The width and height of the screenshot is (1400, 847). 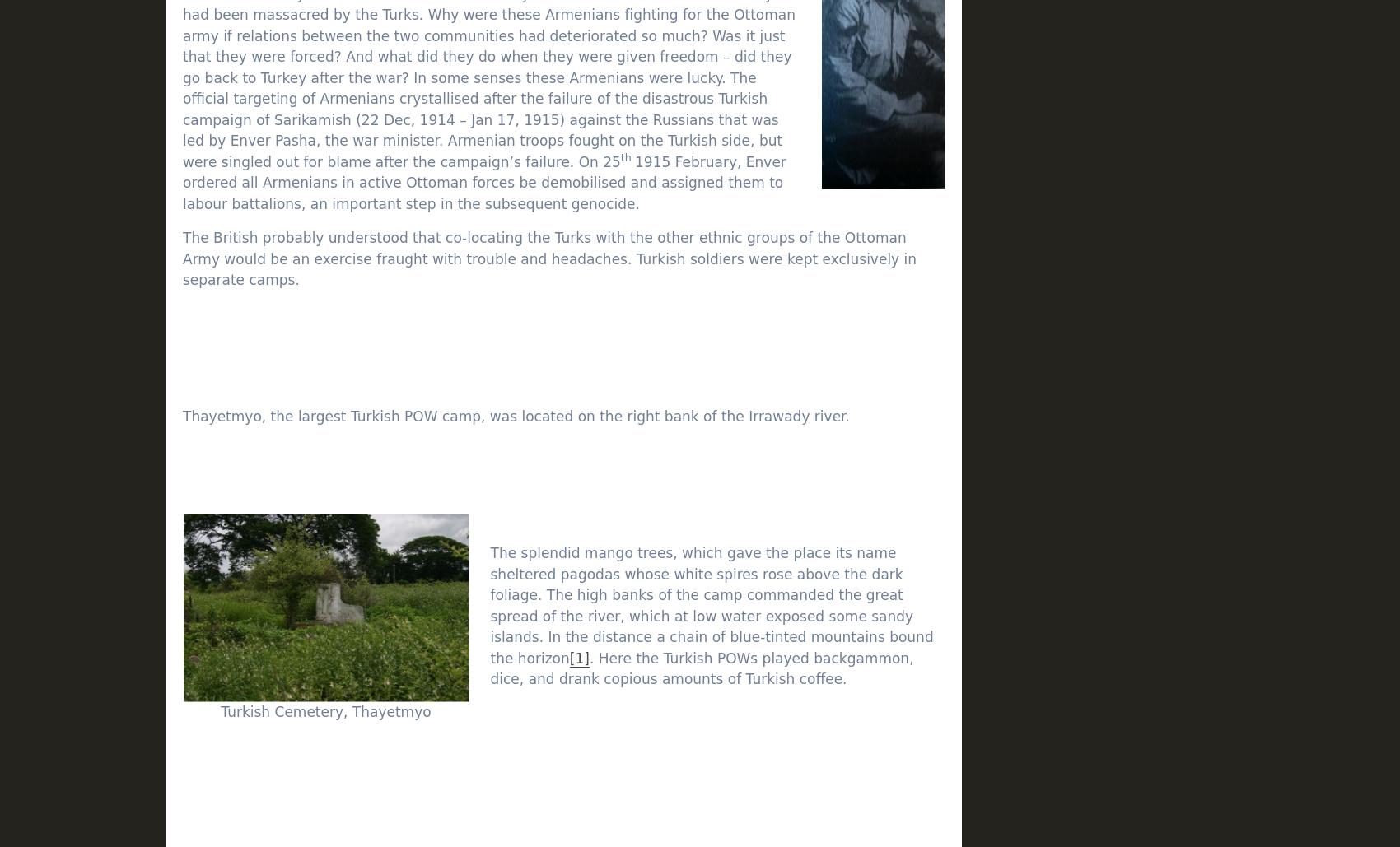 What do you see at coordinates (1044, 444) in the screenshot?
I see `'April 2011'` at bounding box center [1044, 444].